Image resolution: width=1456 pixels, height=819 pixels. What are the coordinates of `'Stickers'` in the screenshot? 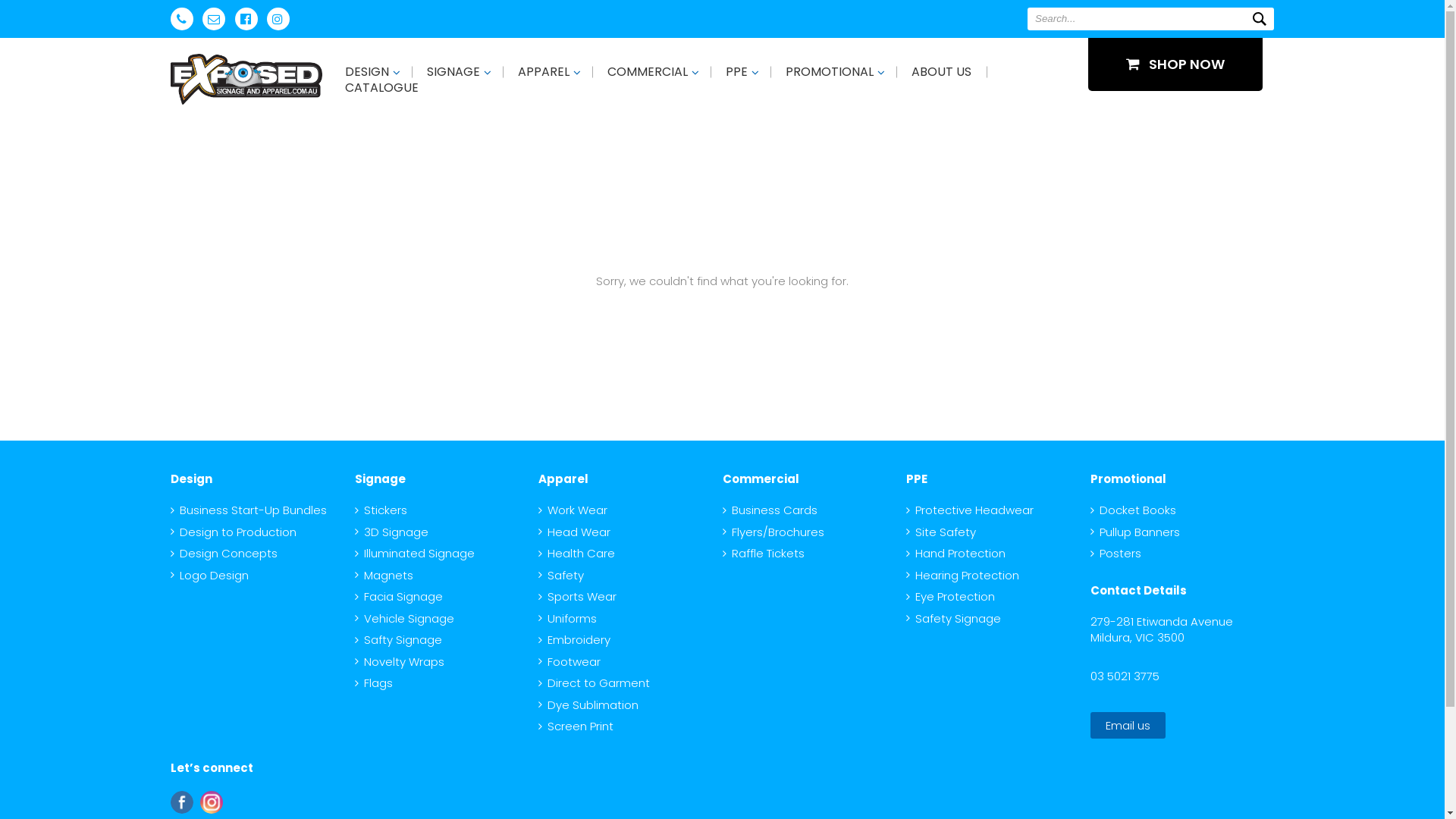 It's located at (381, 510).